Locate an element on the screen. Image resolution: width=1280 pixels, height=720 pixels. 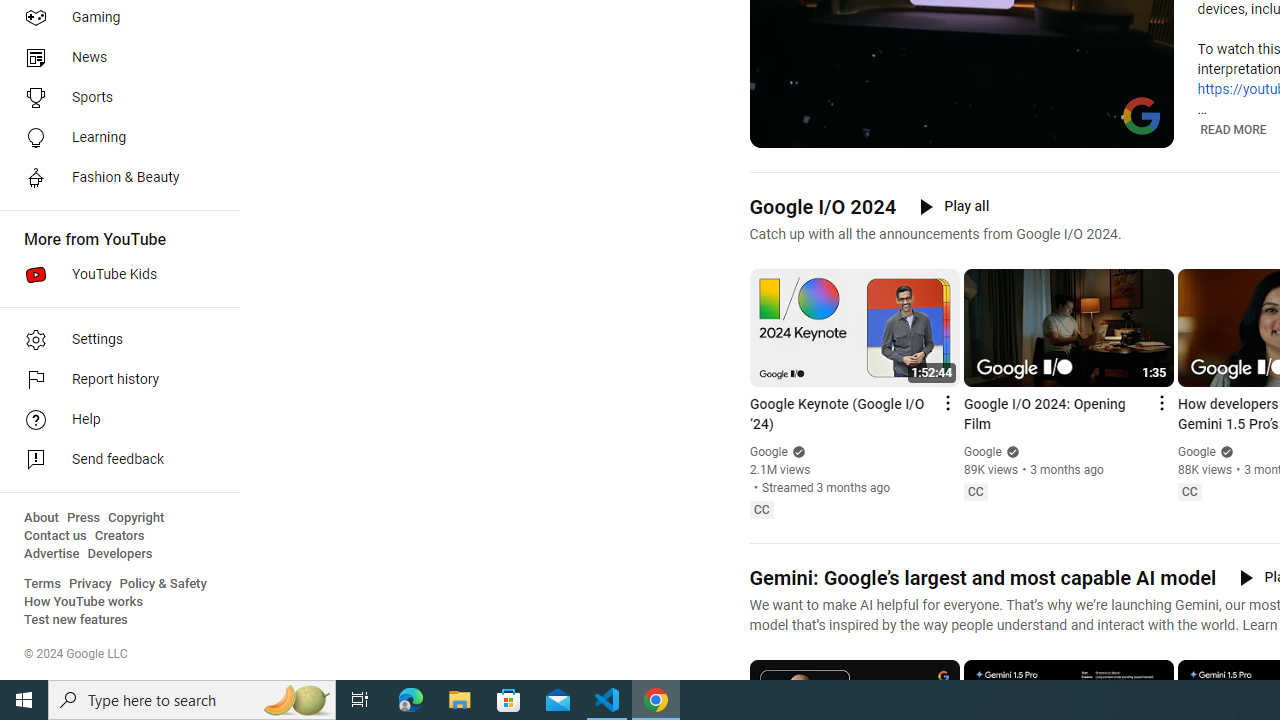
'Creators' is located at coordinates (118, 535).